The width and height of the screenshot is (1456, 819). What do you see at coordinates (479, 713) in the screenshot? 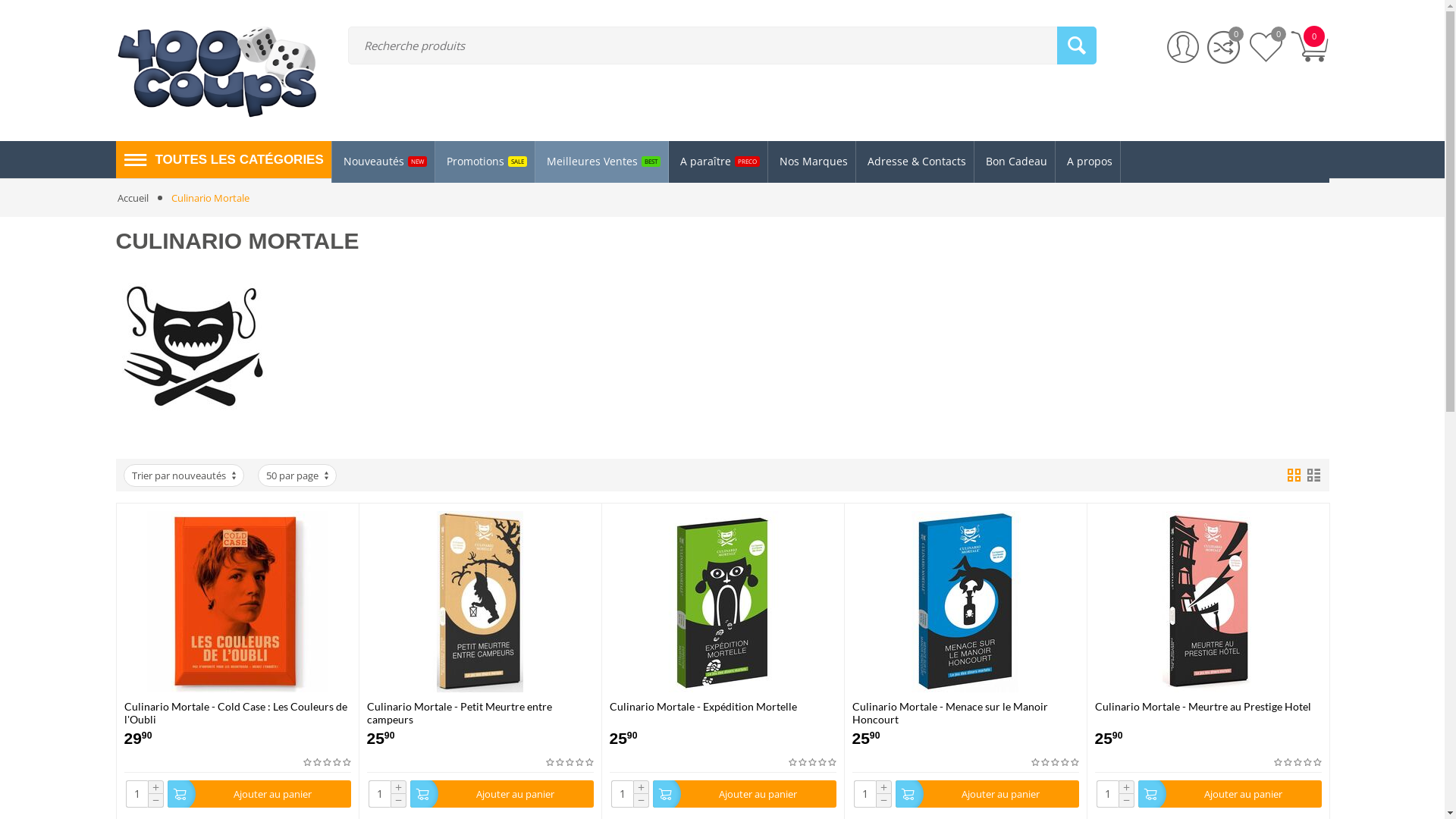
I see `'Culinario Mortale - Petit Meurtre entre campeurs'` at bounding box center [479, 713].